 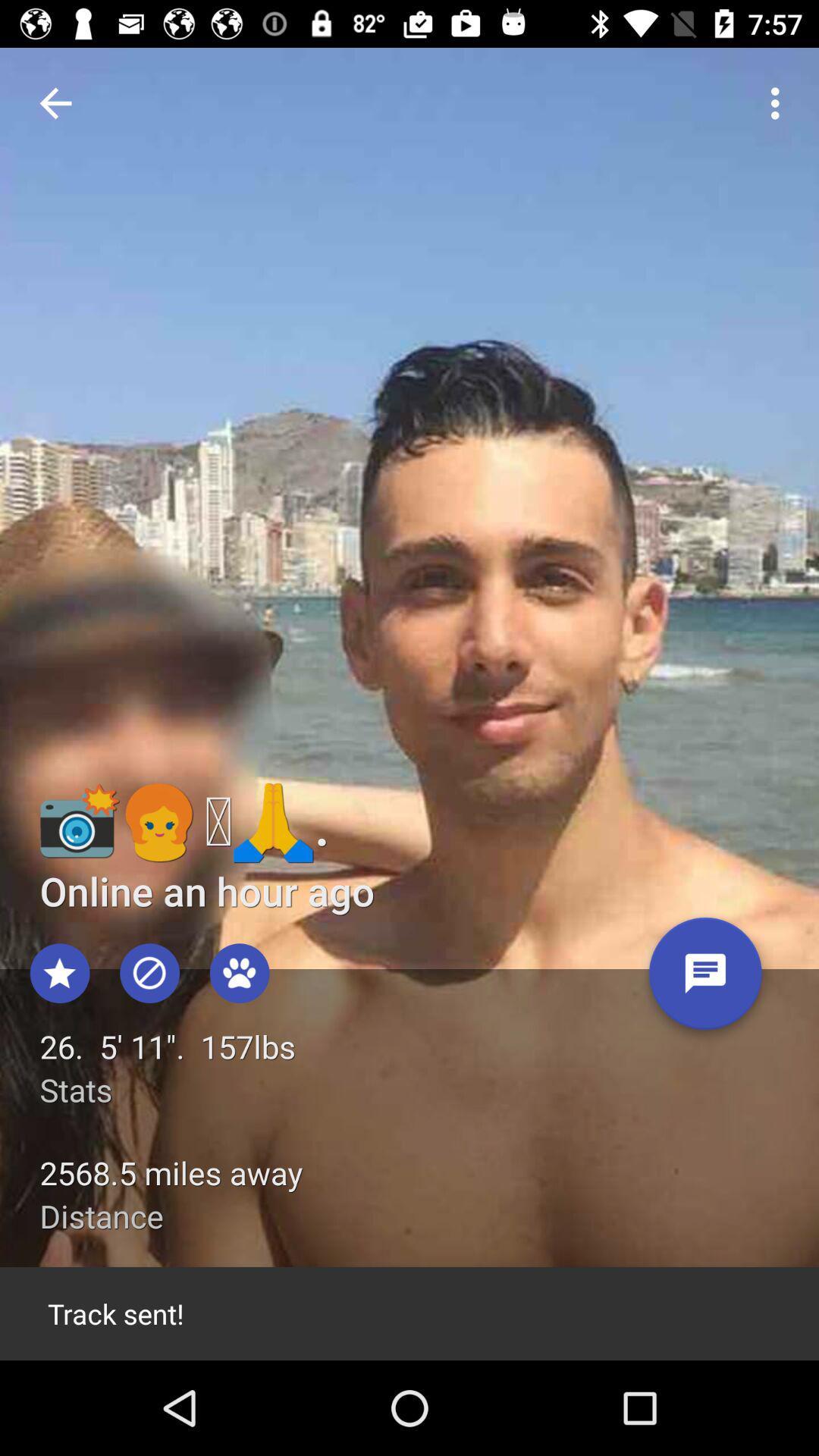 What do you see at coordinates (705, 979) in the screenshot?
I see `icon to the right of the 26 5 11 icon` at bounding box center [705, 979].